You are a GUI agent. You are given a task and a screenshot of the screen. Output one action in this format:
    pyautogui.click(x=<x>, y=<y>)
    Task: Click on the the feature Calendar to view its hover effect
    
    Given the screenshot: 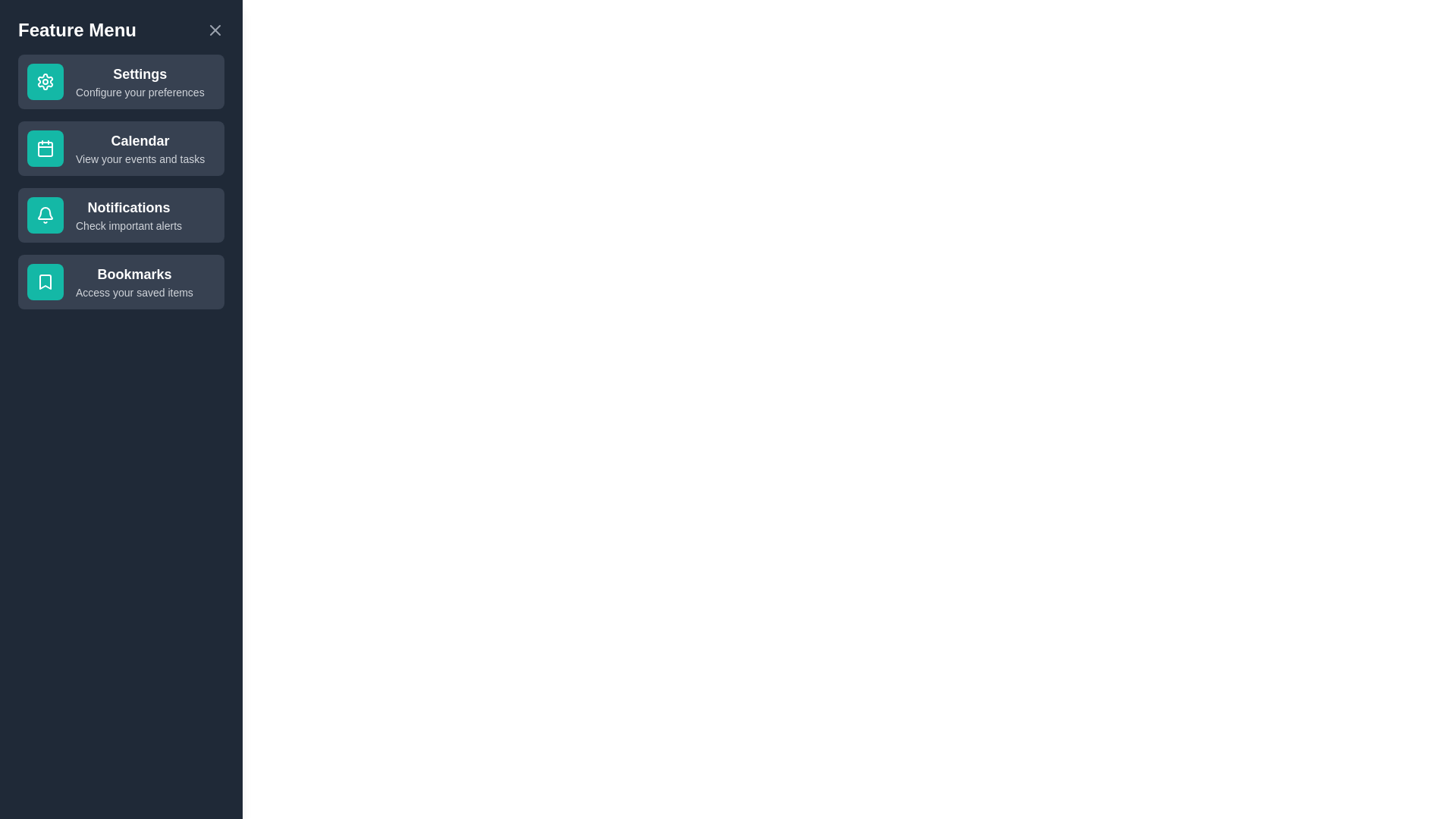 What is the action you would take?
    pyautogui.click(x=120, y=149)
    